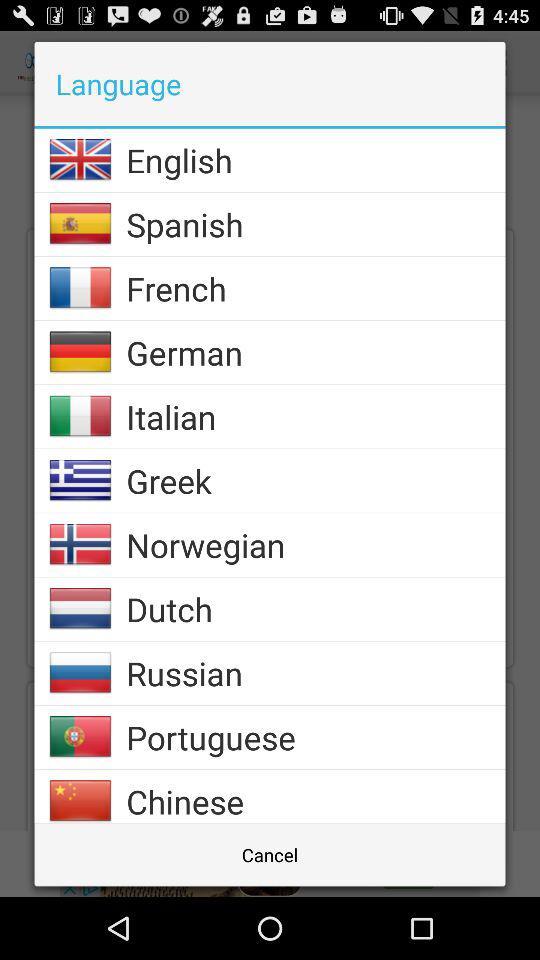 The width and height of the screenshot is (540, 960). Describe the element at coordinates (315, 736) in the screenshot. I see `icon above chinese icon` at that location.